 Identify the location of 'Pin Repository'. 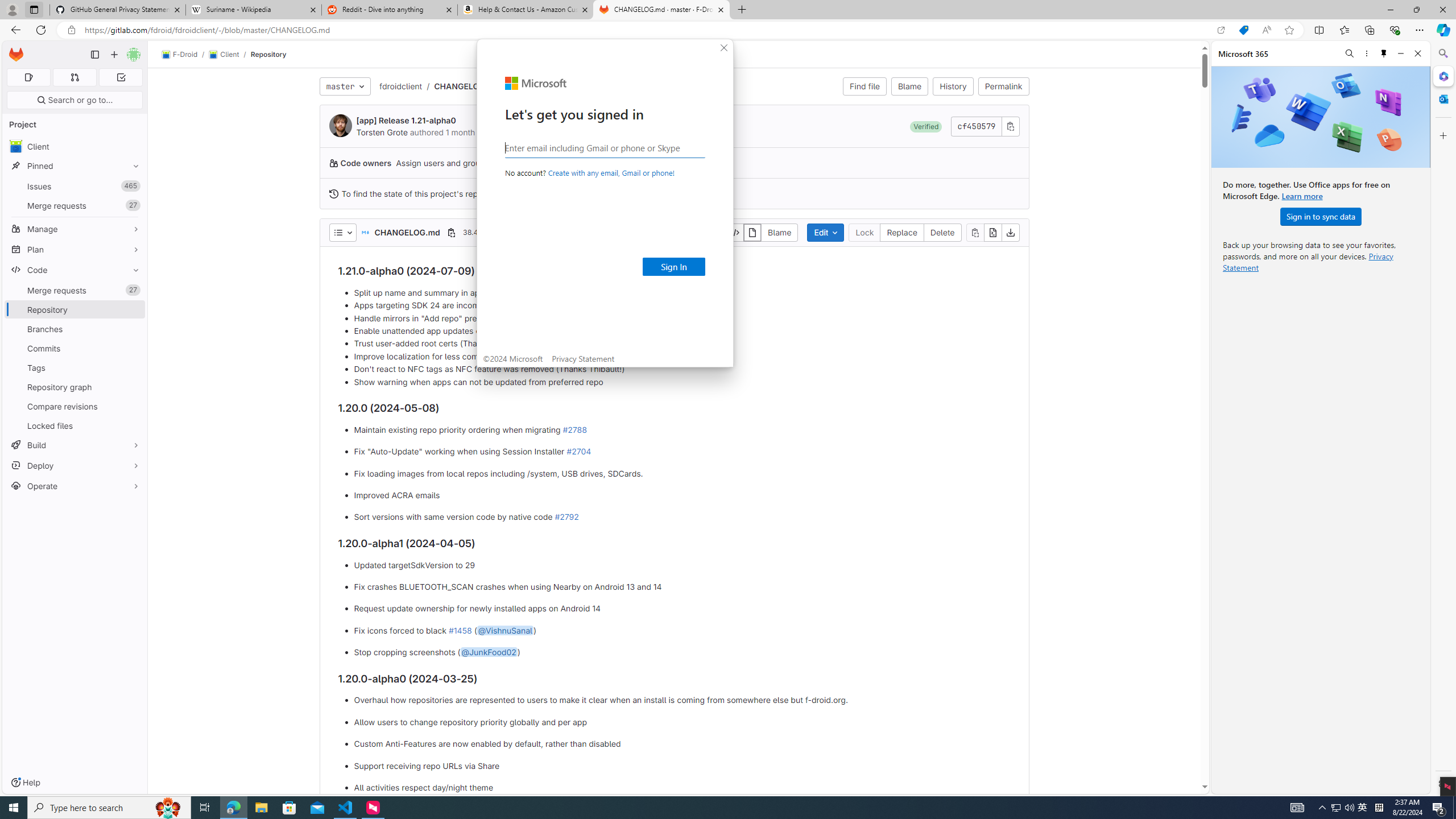
(133, 309).